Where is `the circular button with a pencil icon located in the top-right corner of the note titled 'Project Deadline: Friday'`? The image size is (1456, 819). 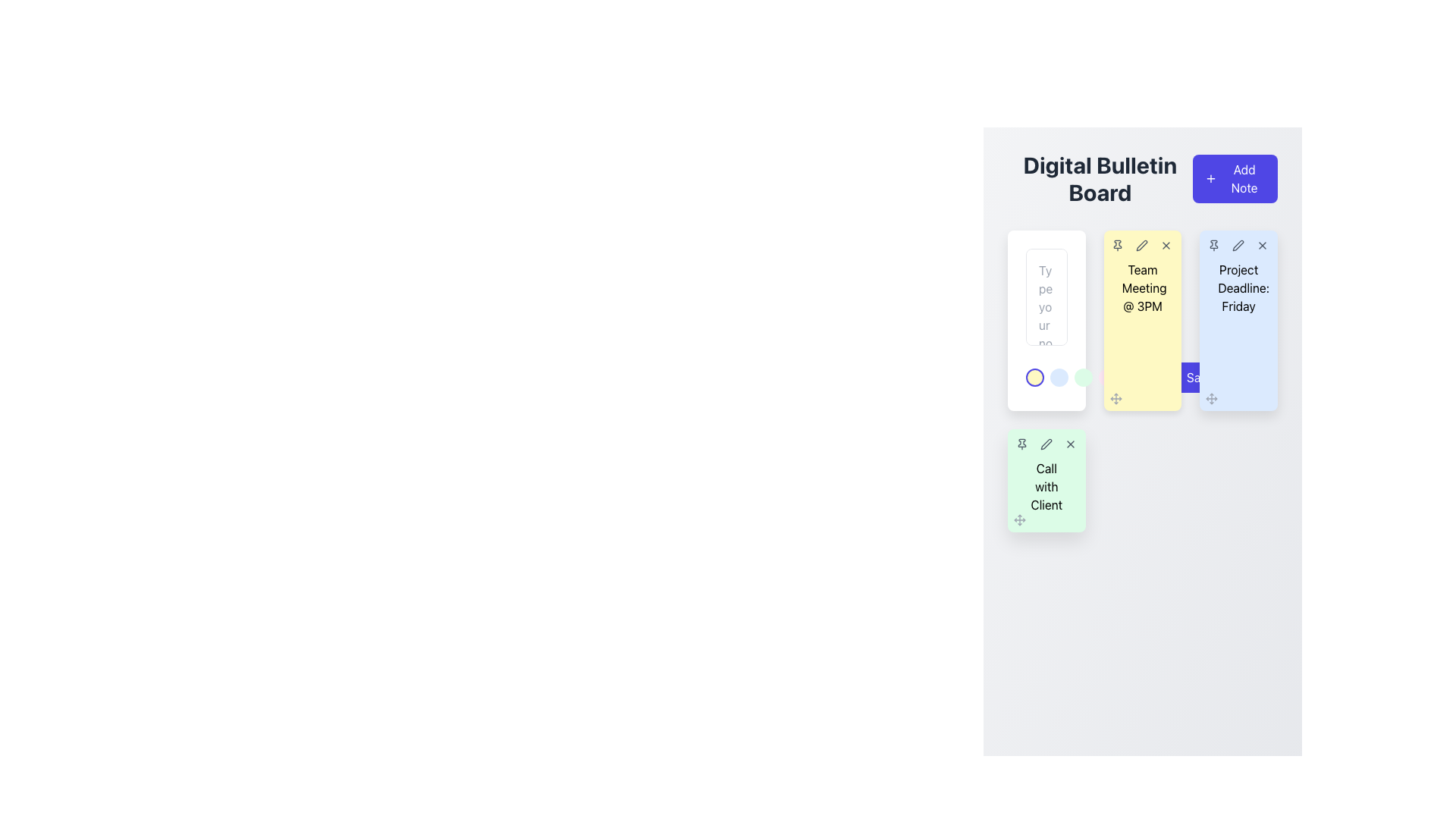 the circular button with a pencil icon located in the top-right corner of the note titled 'Project Deadline: Friday' is located at coordinates (1238, 245).